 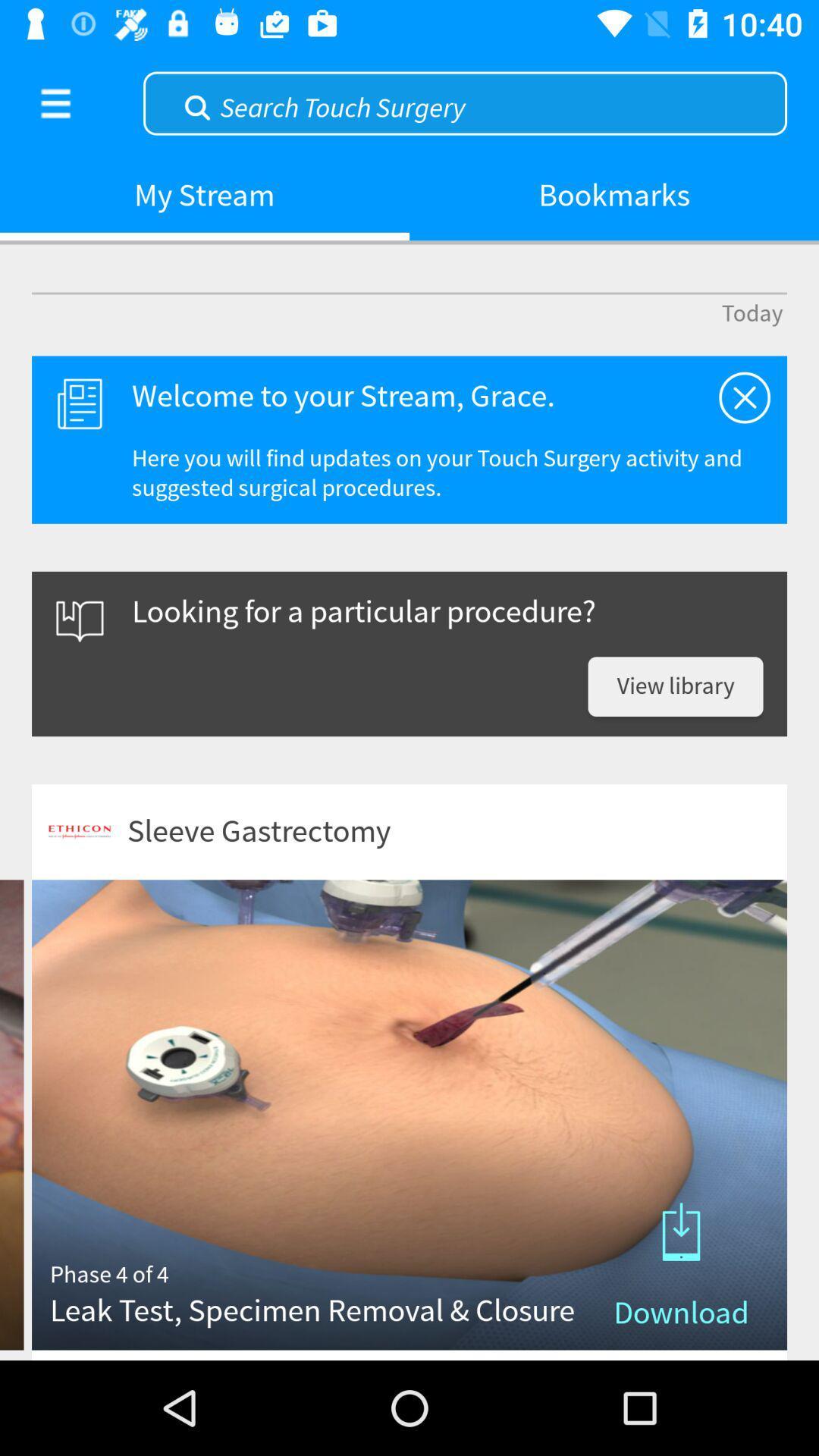 What do you see at coordinates (744, 397) in the screenshot?
I see `item next to the welcome to your` at bounding box center [744, 397].